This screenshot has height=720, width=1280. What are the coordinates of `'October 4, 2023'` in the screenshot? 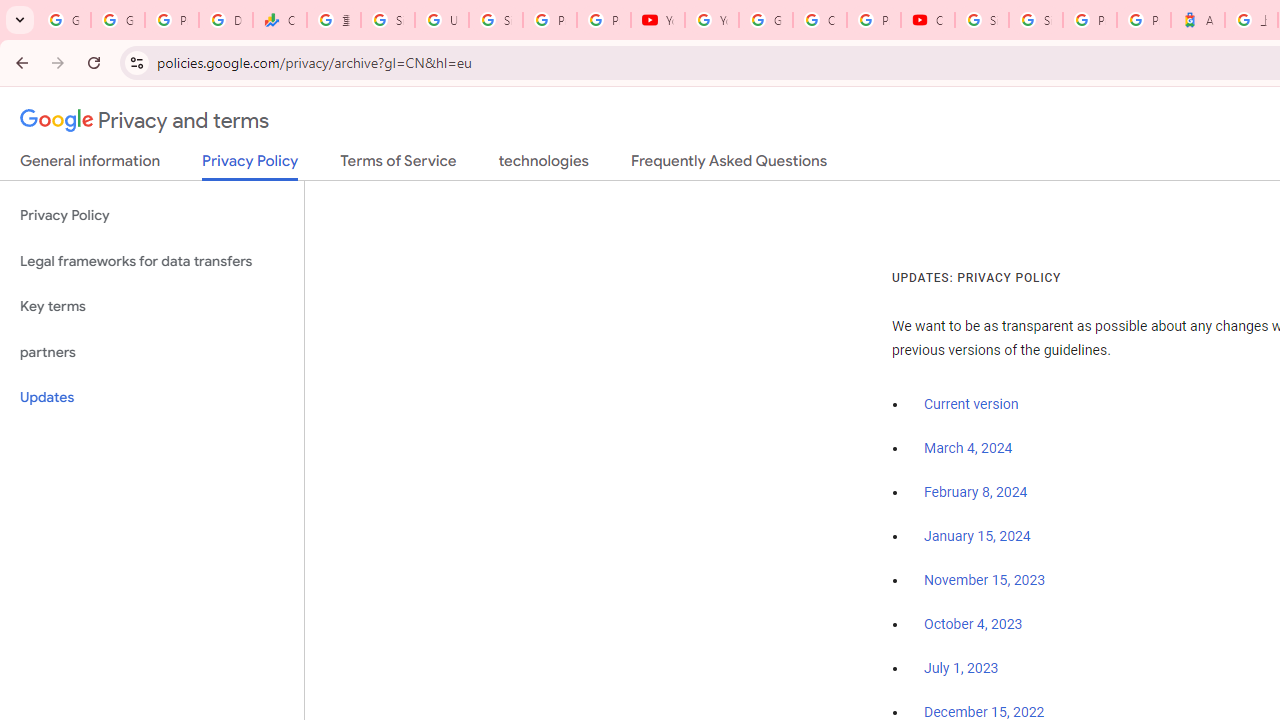 It's located at (973, 624).